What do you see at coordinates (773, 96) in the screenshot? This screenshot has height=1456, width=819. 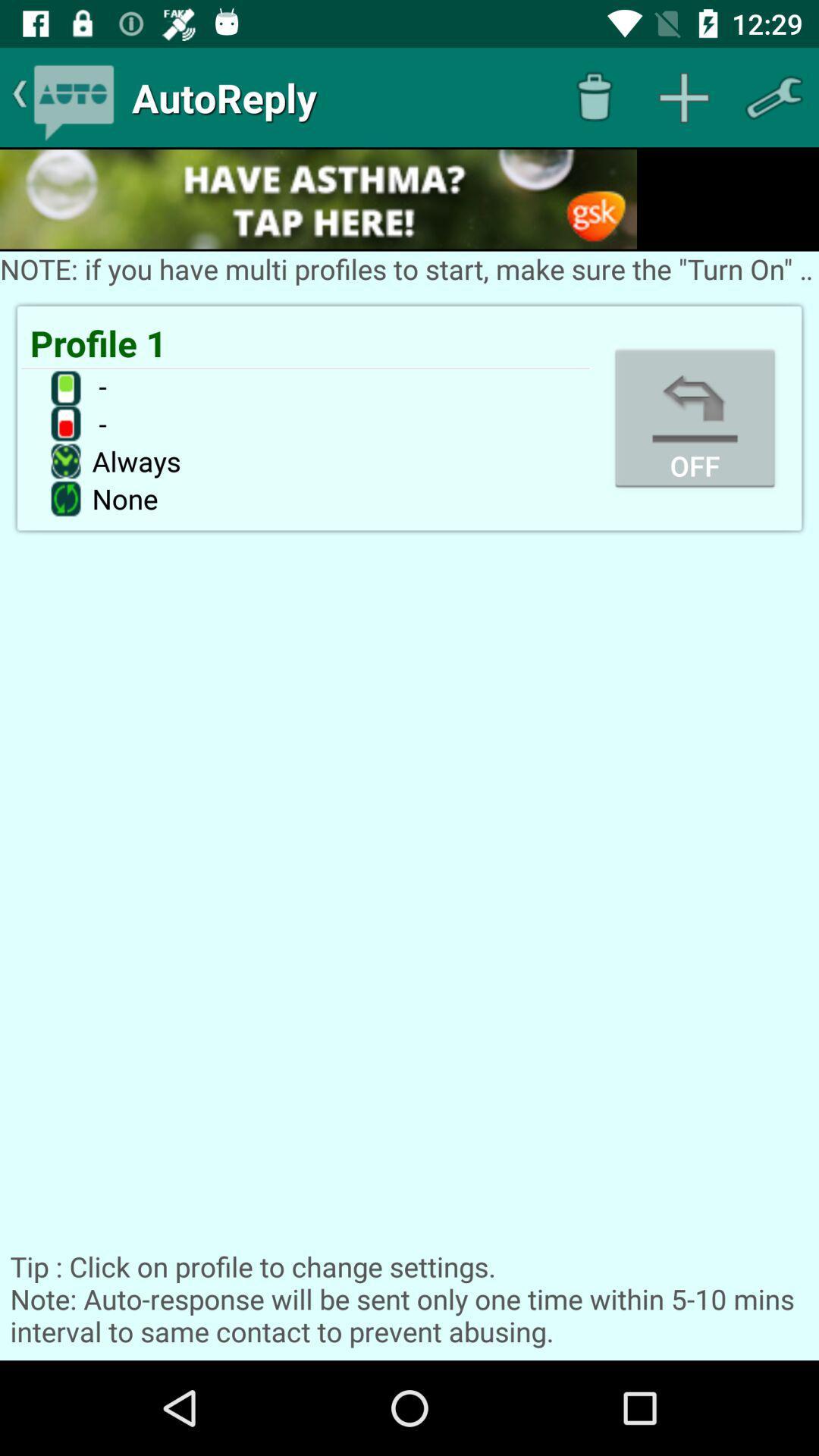 I see `the setting` at bounding box center [773, 96].